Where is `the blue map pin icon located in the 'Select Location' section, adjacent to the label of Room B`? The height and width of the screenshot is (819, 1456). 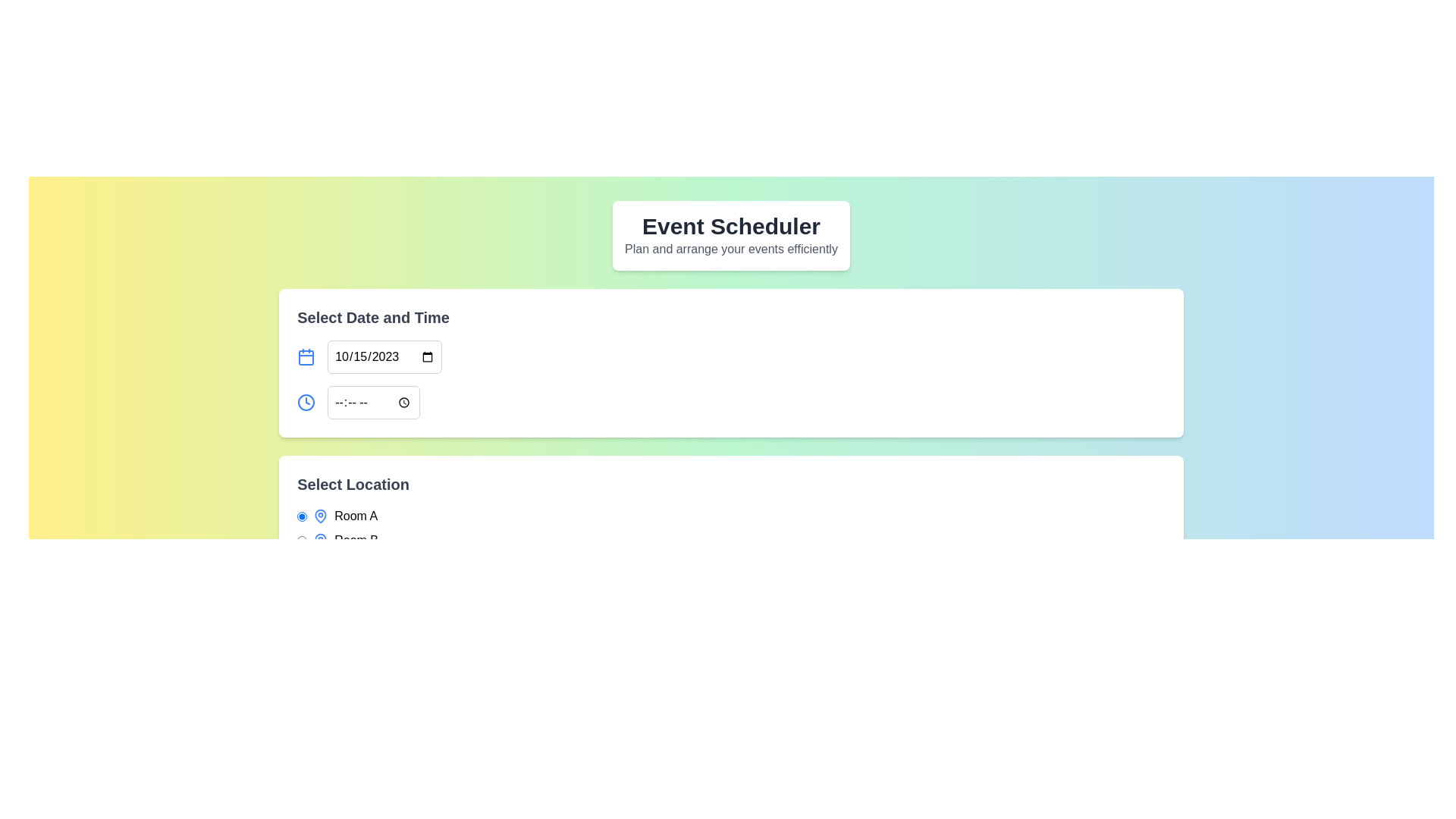
the blue map pin icon located in the 'Select Location' section, adjacent to the label of Room B is located at coordinates (320, 540).